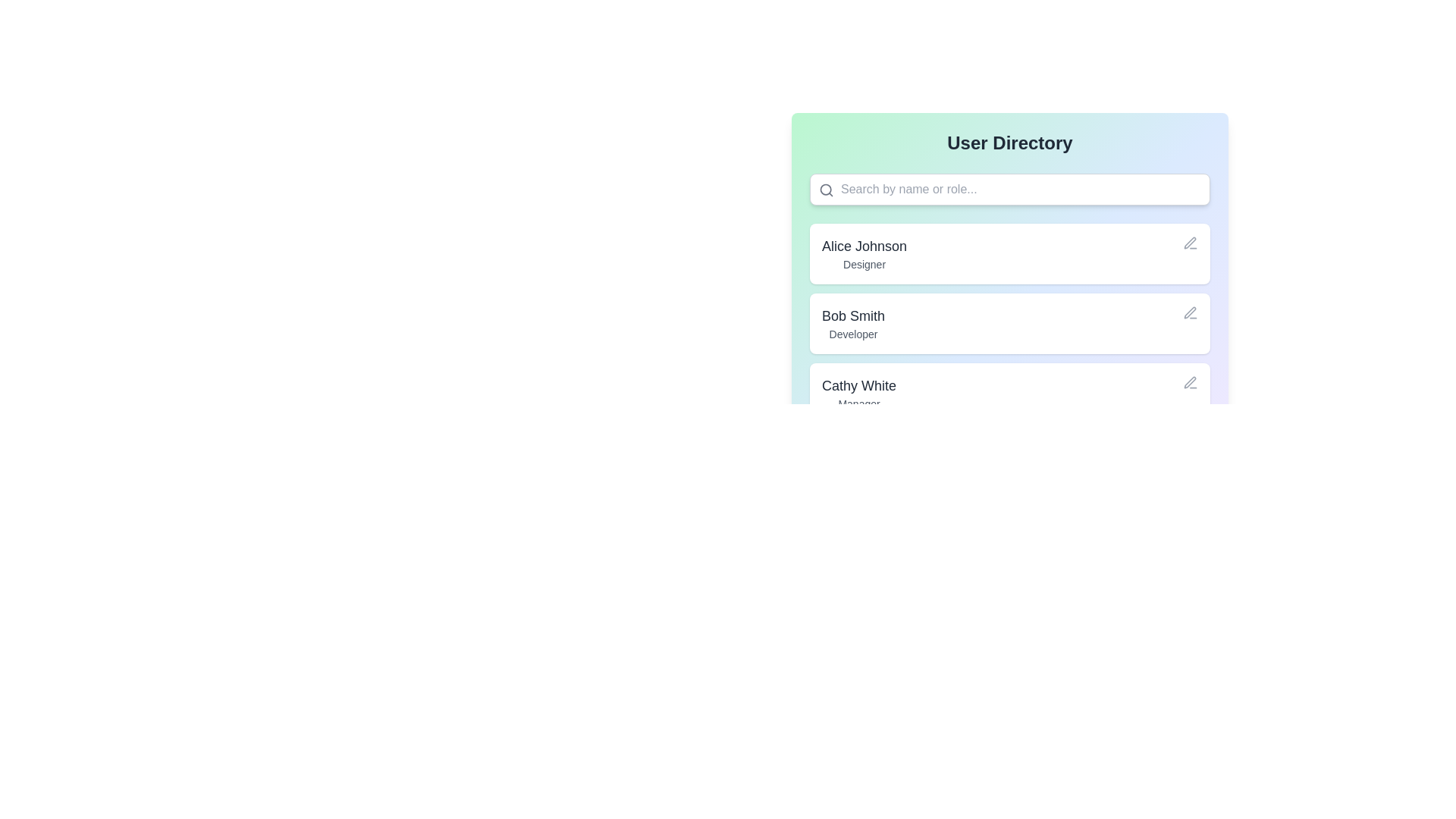 This screenshot has width=1456, height=819. Describe the element at coordinates (1189, 312) in the screenshot. I see `the pencil icon` at that location.